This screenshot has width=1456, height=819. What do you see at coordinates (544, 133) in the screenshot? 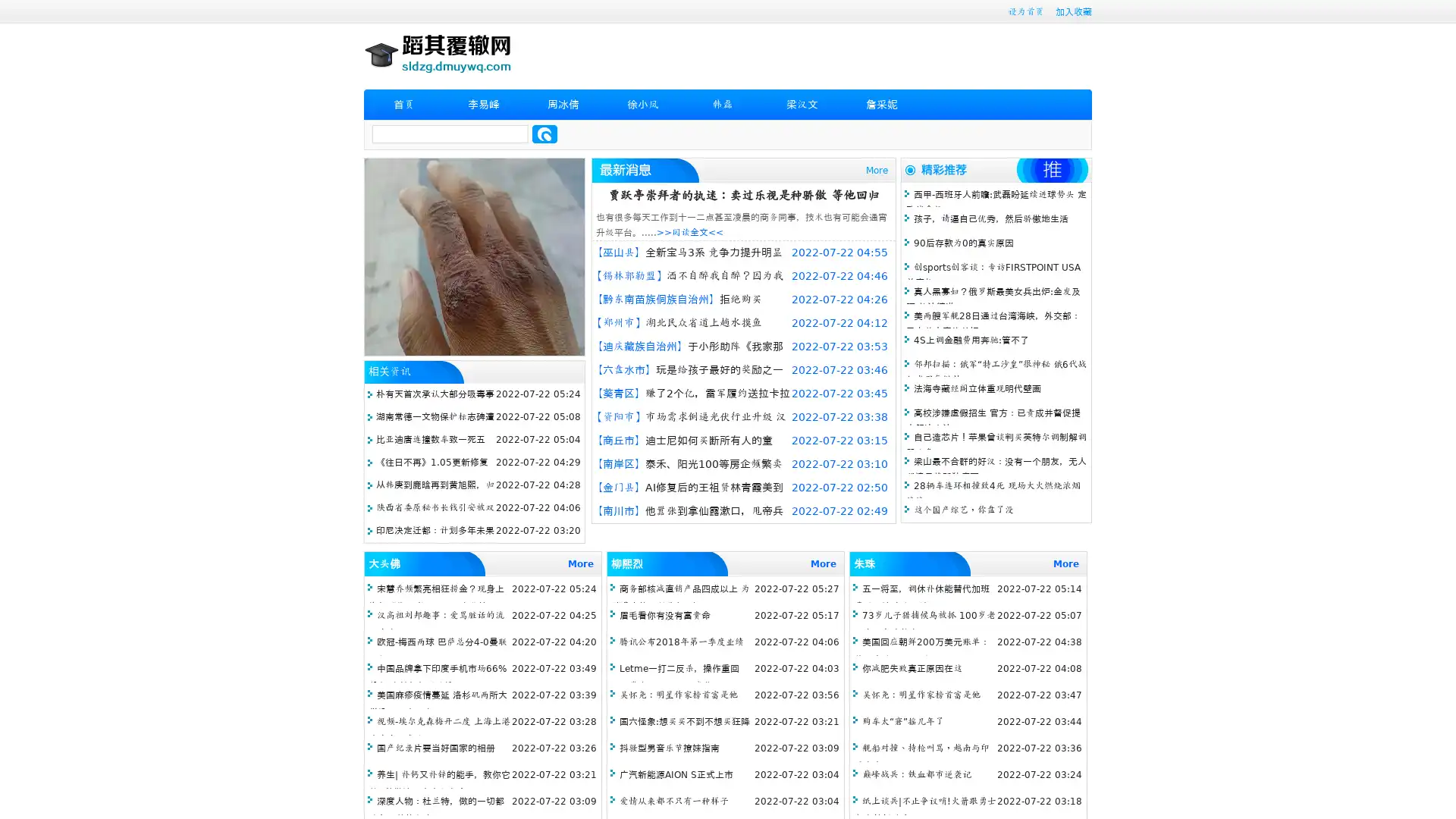
I see `Search` at bounding box center [544, 133].